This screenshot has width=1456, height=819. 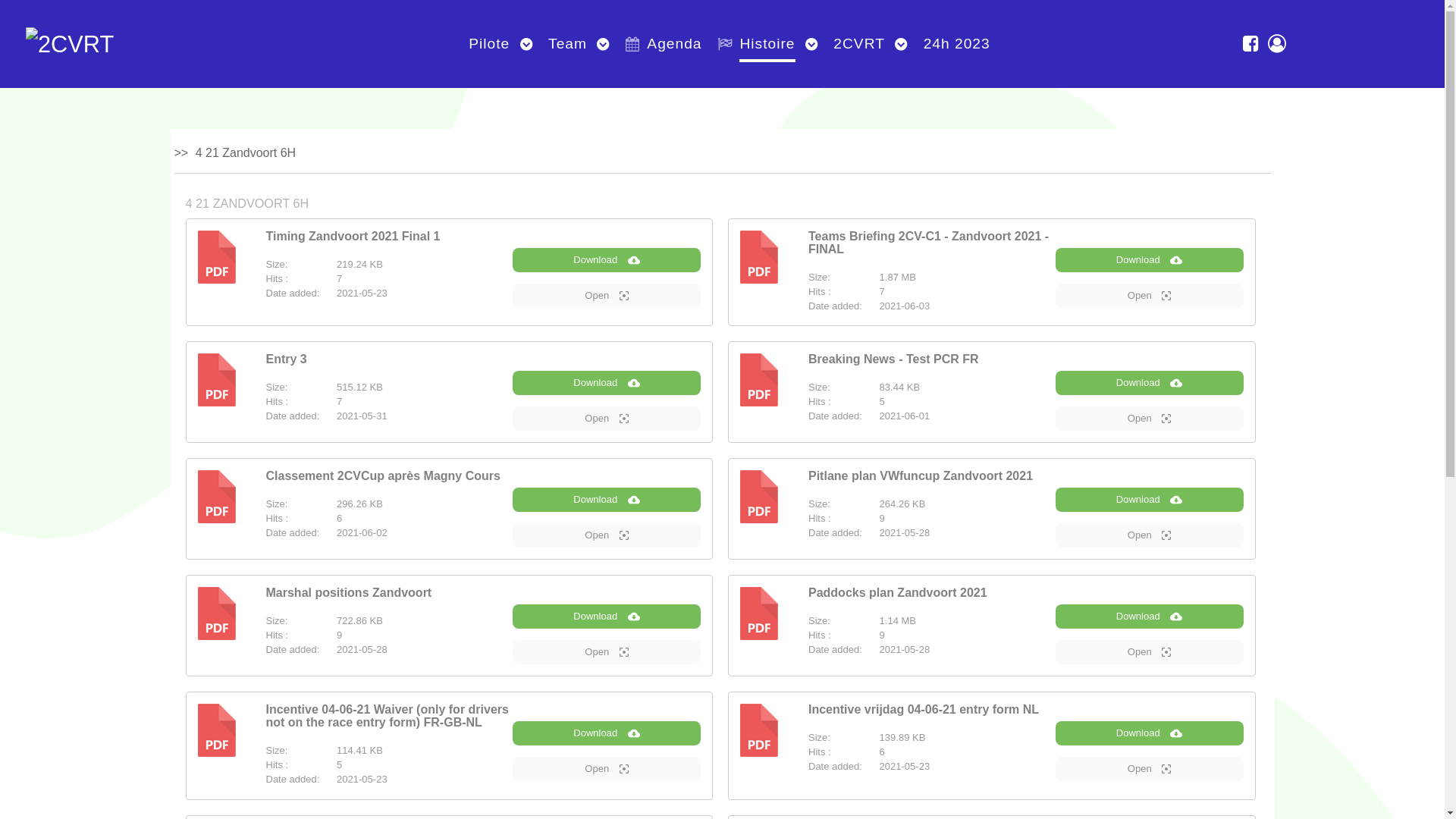 I want to click on 'Download', so click(x=513, y=500).